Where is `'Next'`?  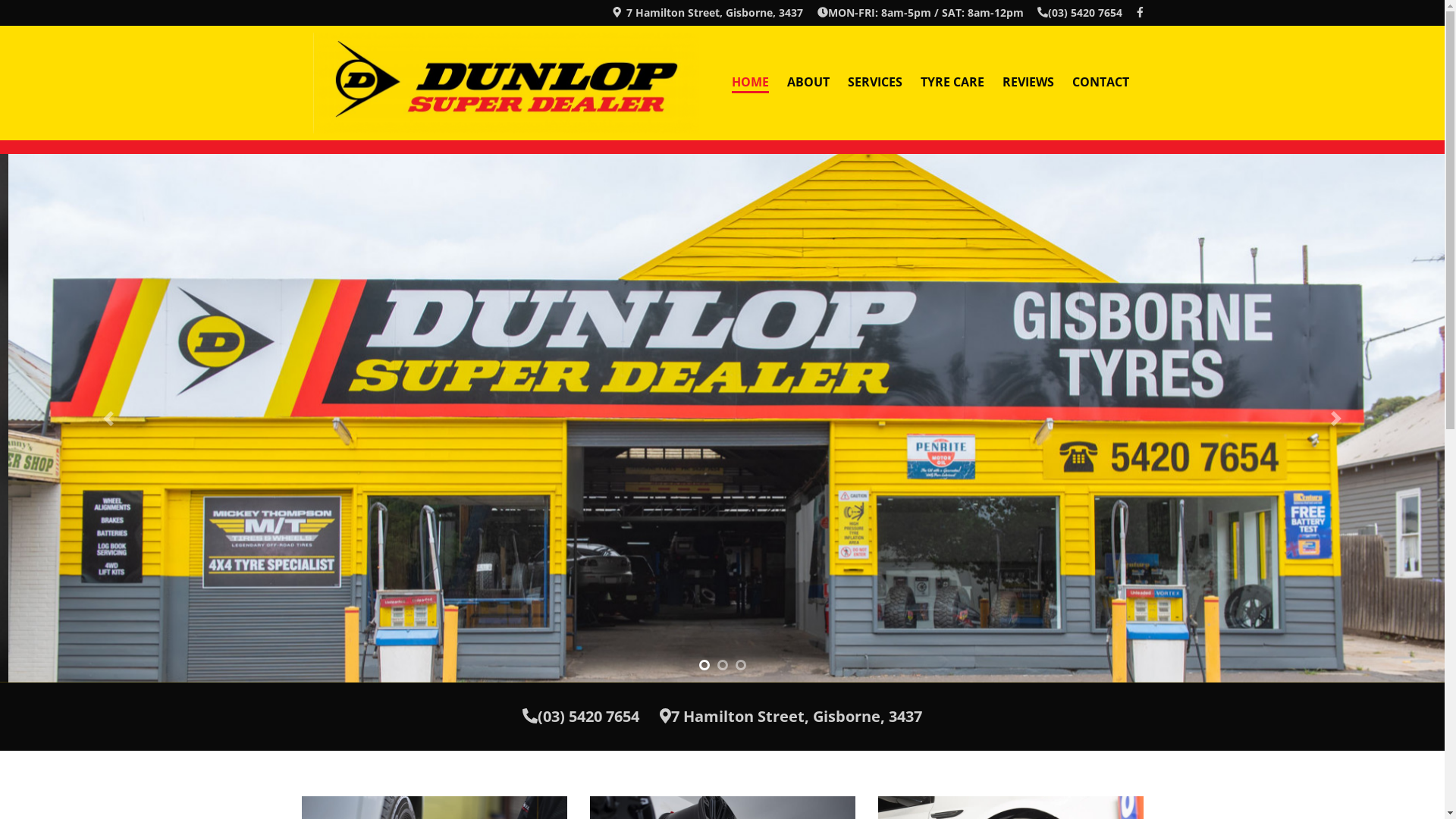
'Next' is located at coordinates (1335, 418).